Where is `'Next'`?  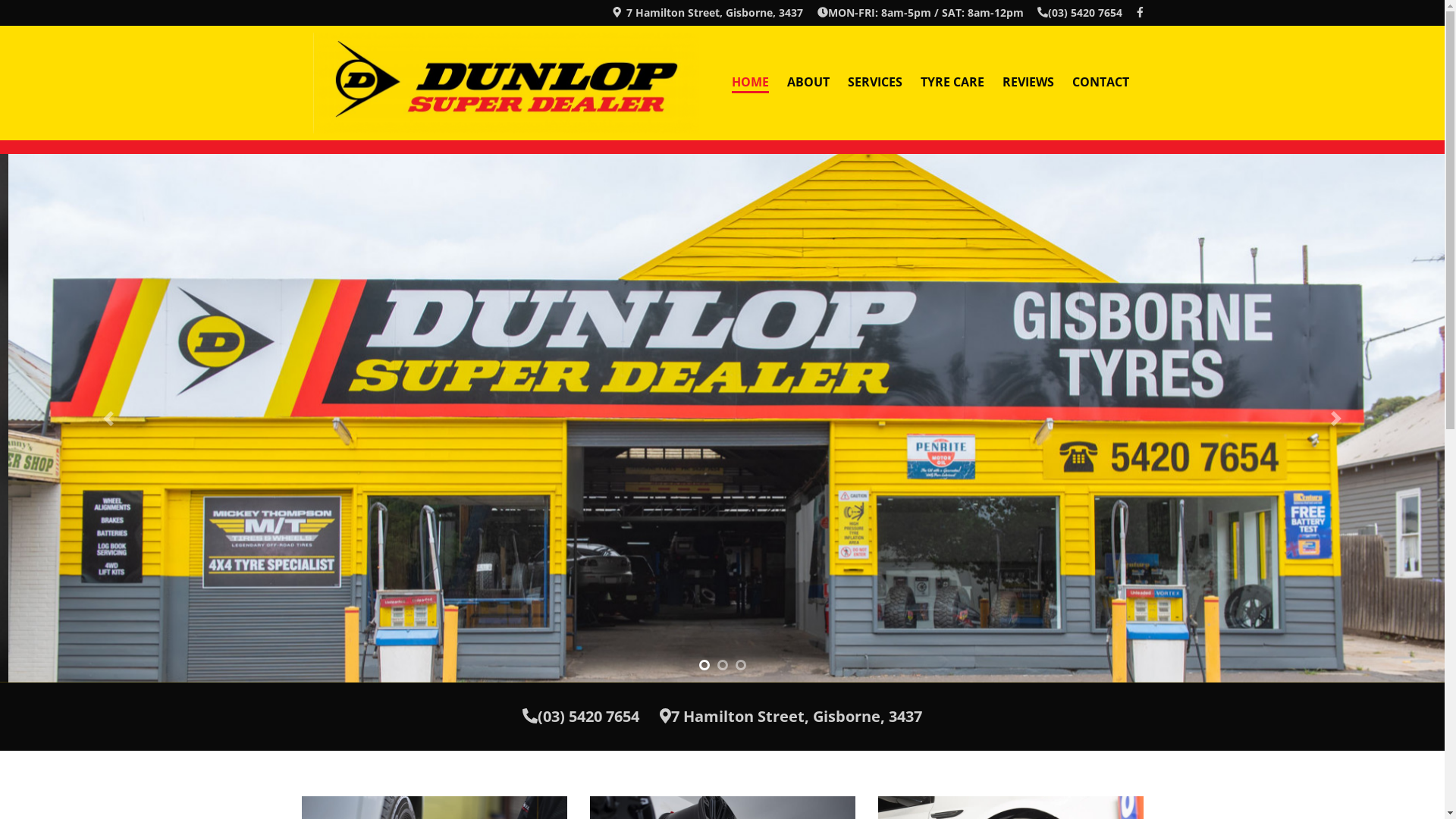
'Next' is located at coordinates (1335, 418).